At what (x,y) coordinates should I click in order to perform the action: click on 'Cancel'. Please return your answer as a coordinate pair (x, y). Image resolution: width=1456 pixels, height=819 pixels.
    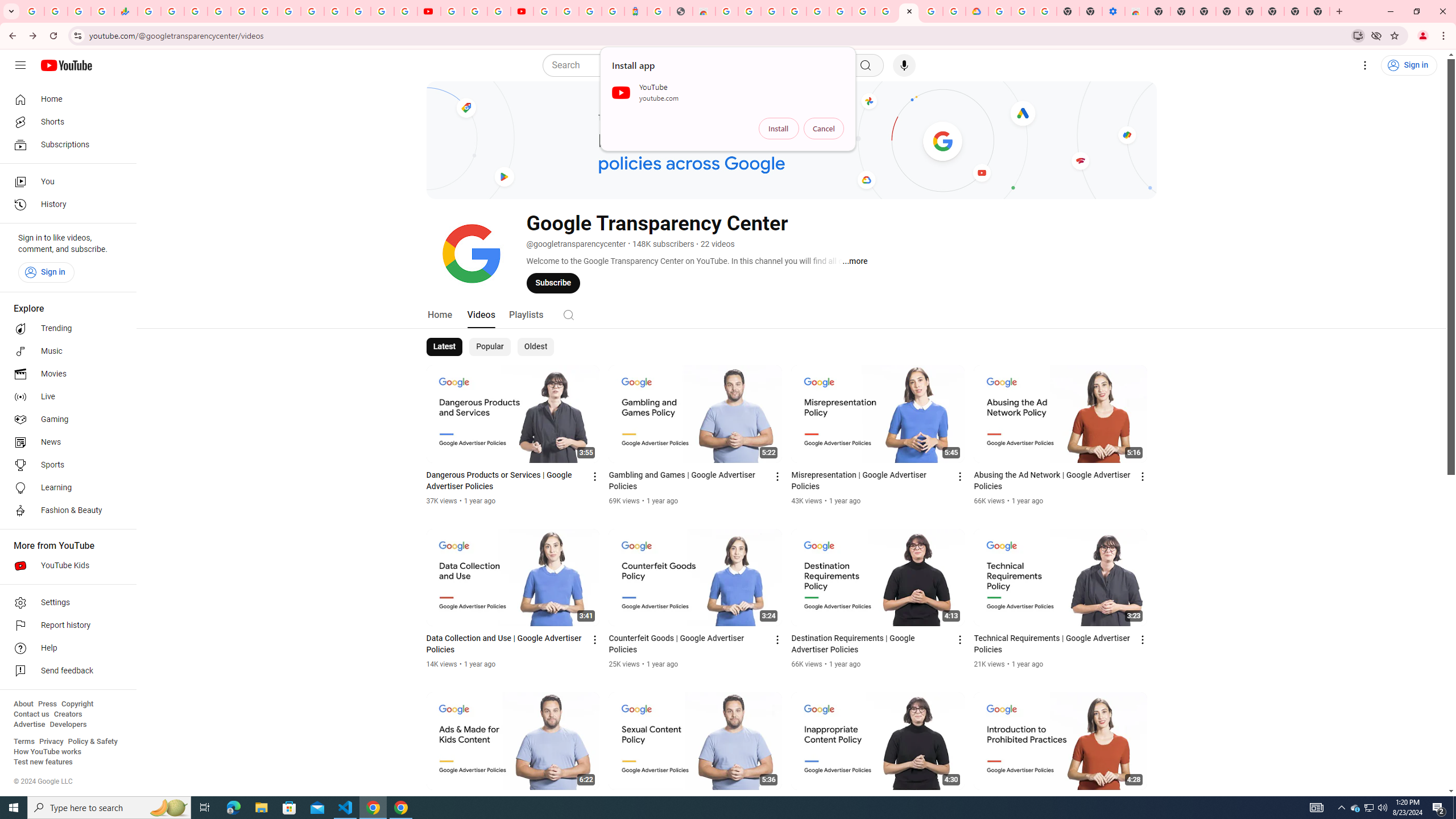
    Looking at the image, I should click on (823, 128).